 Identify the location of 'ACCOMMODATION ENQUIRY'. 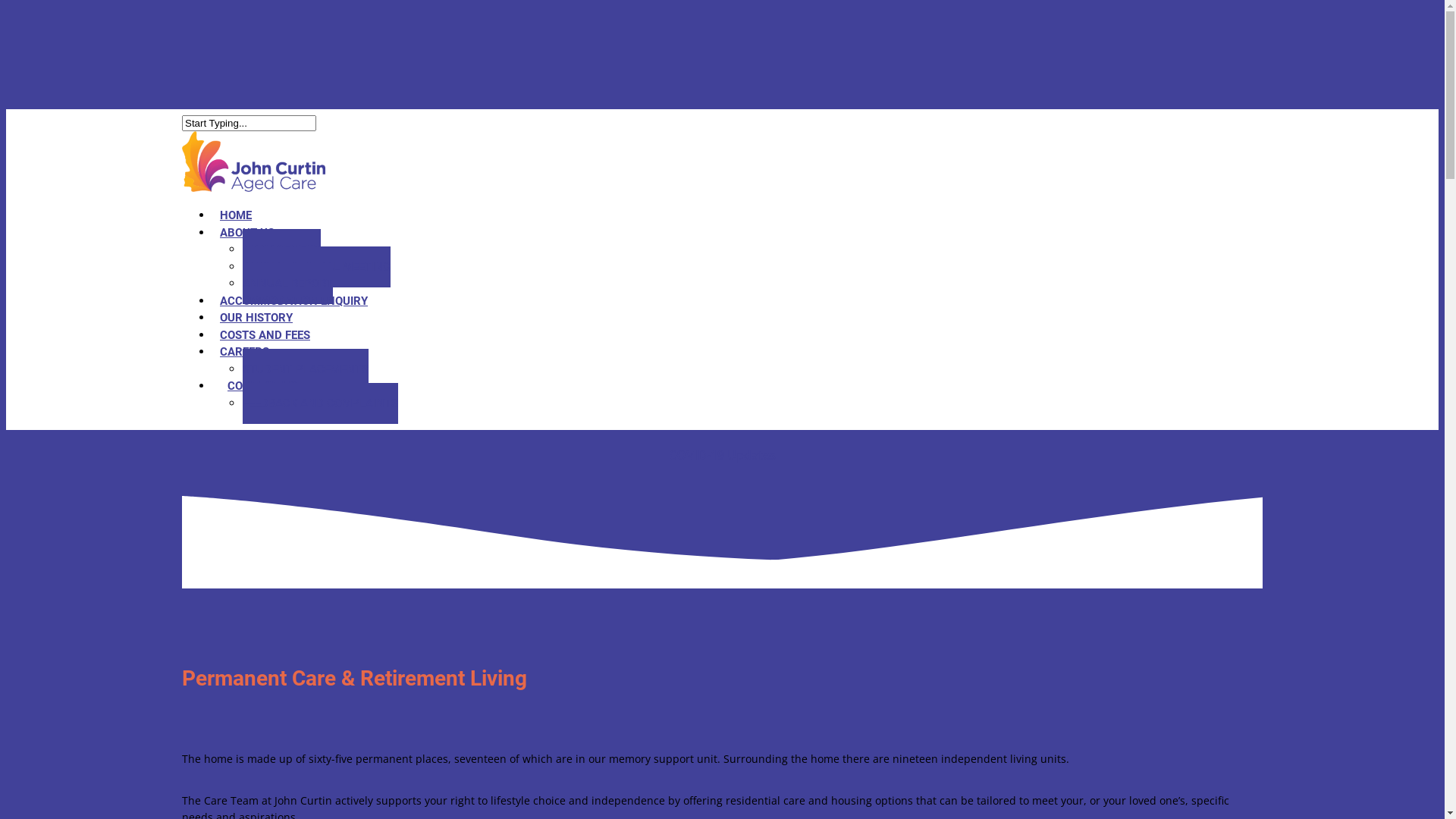
(293, 301).